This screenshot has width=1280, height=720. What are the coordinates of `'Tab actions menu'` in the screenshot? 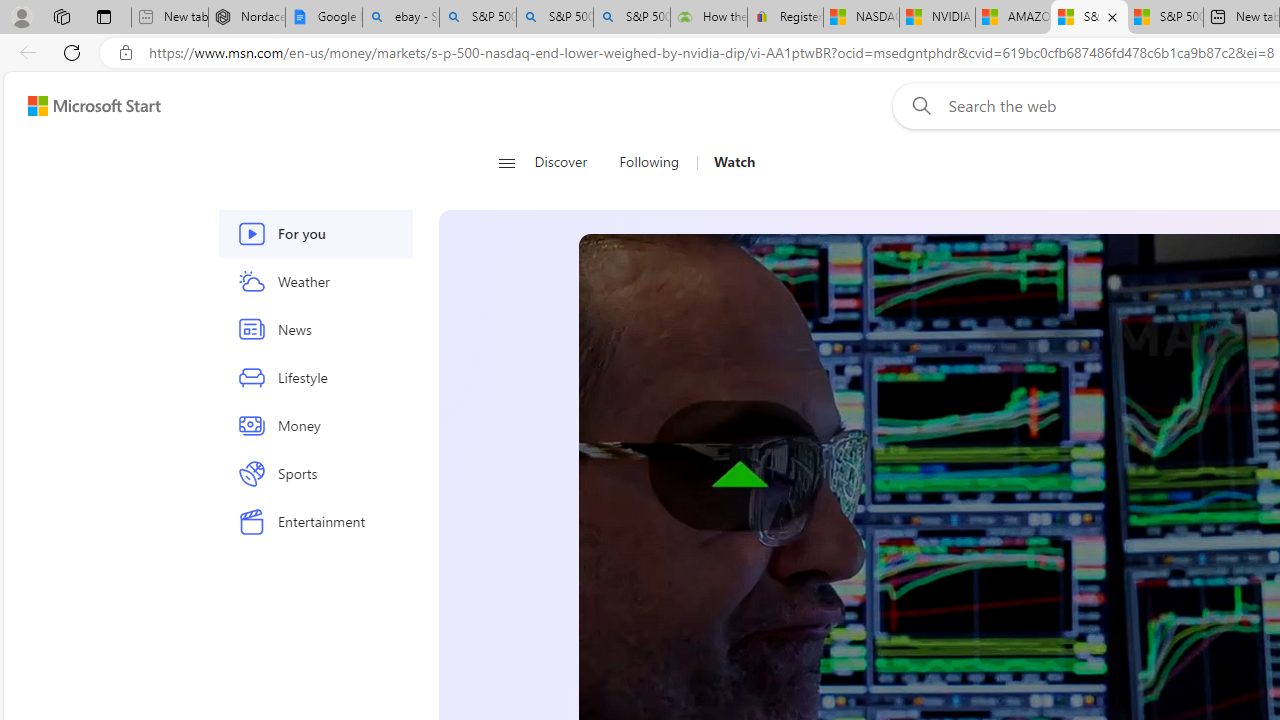 It's located at (103, 16).